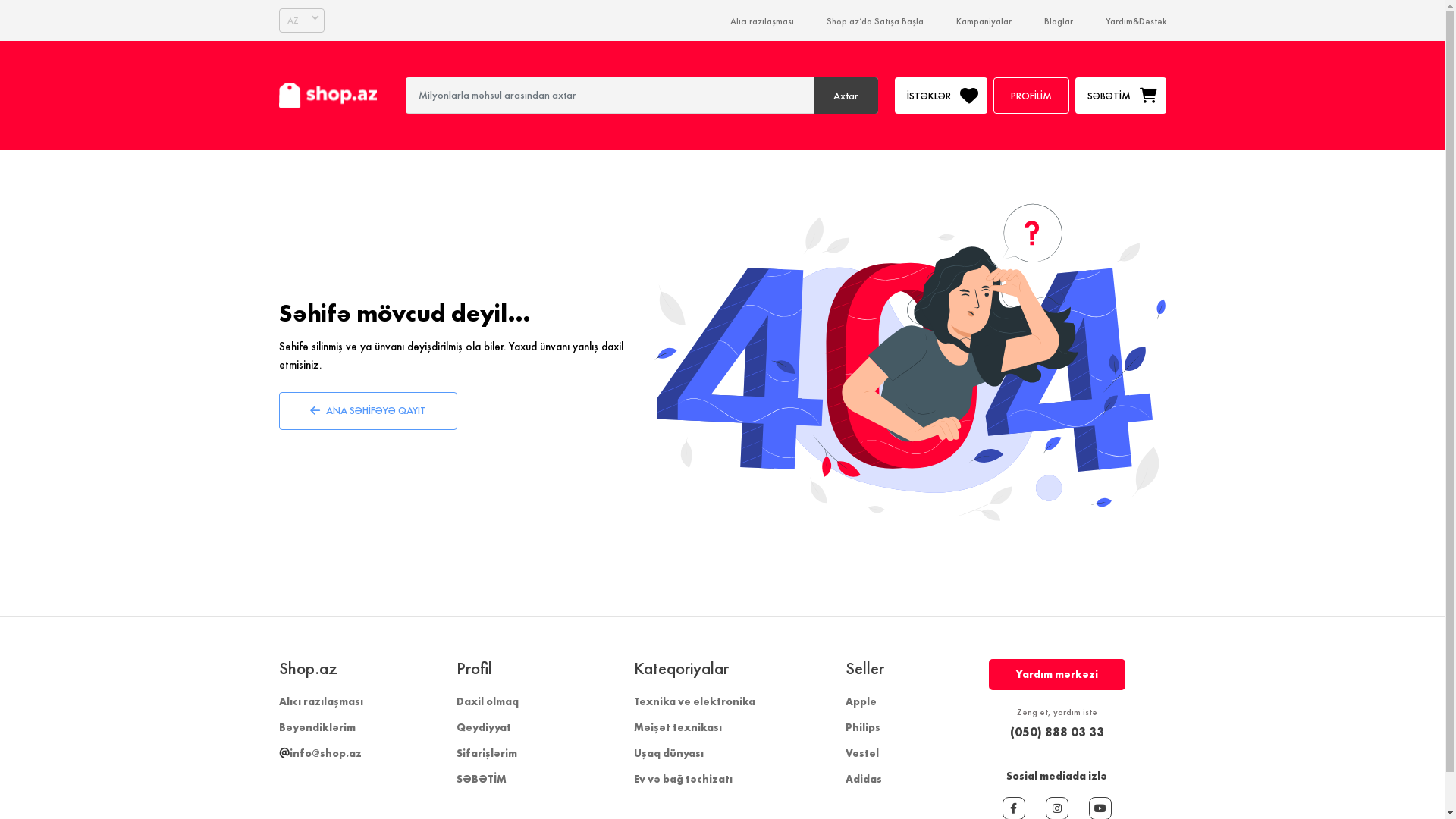 The width and height of the screenshot is (1456, 819). Describe the element at coordinates (989, 730) in the screenshot. I see `'(050) 888 03 33'` at that location.